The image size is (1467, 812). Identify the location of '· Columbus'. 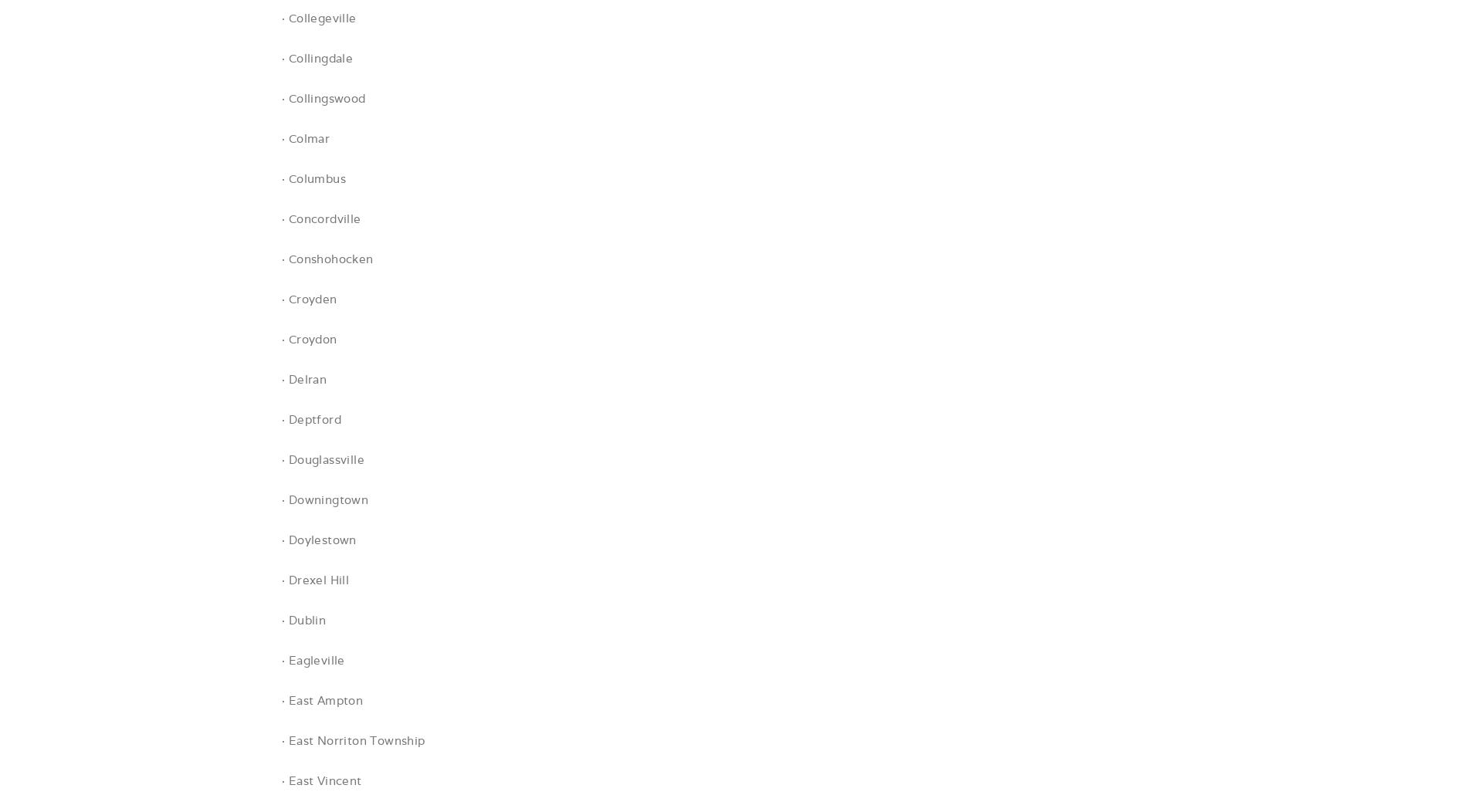
(313, 178).